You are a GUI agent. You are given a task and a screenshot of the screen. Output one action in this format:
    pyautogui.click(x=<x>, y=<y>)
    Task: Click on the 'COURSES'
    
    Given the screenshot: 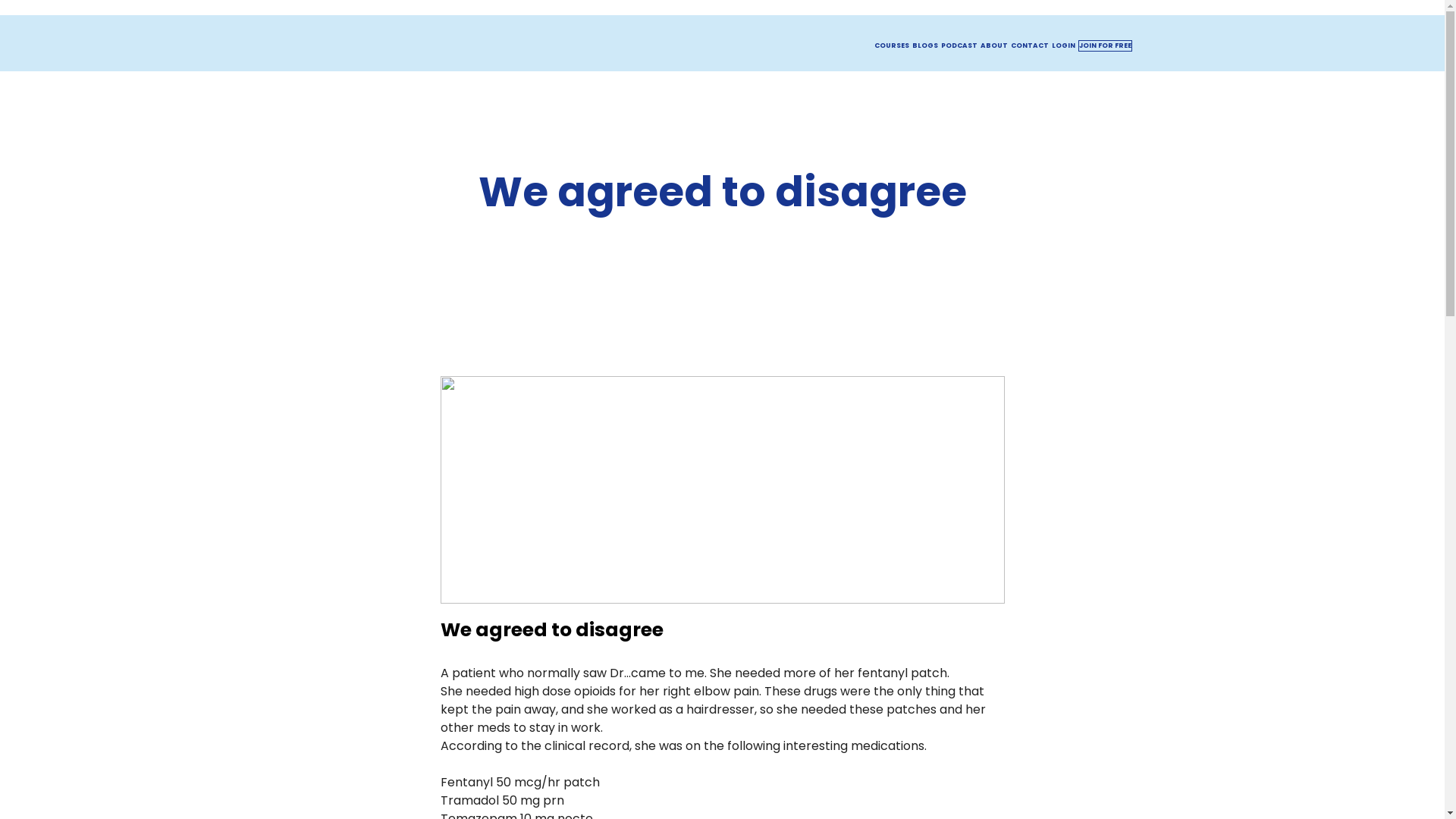 What is the action you would take?
    pyautogui.click(x=891, y=45)
    